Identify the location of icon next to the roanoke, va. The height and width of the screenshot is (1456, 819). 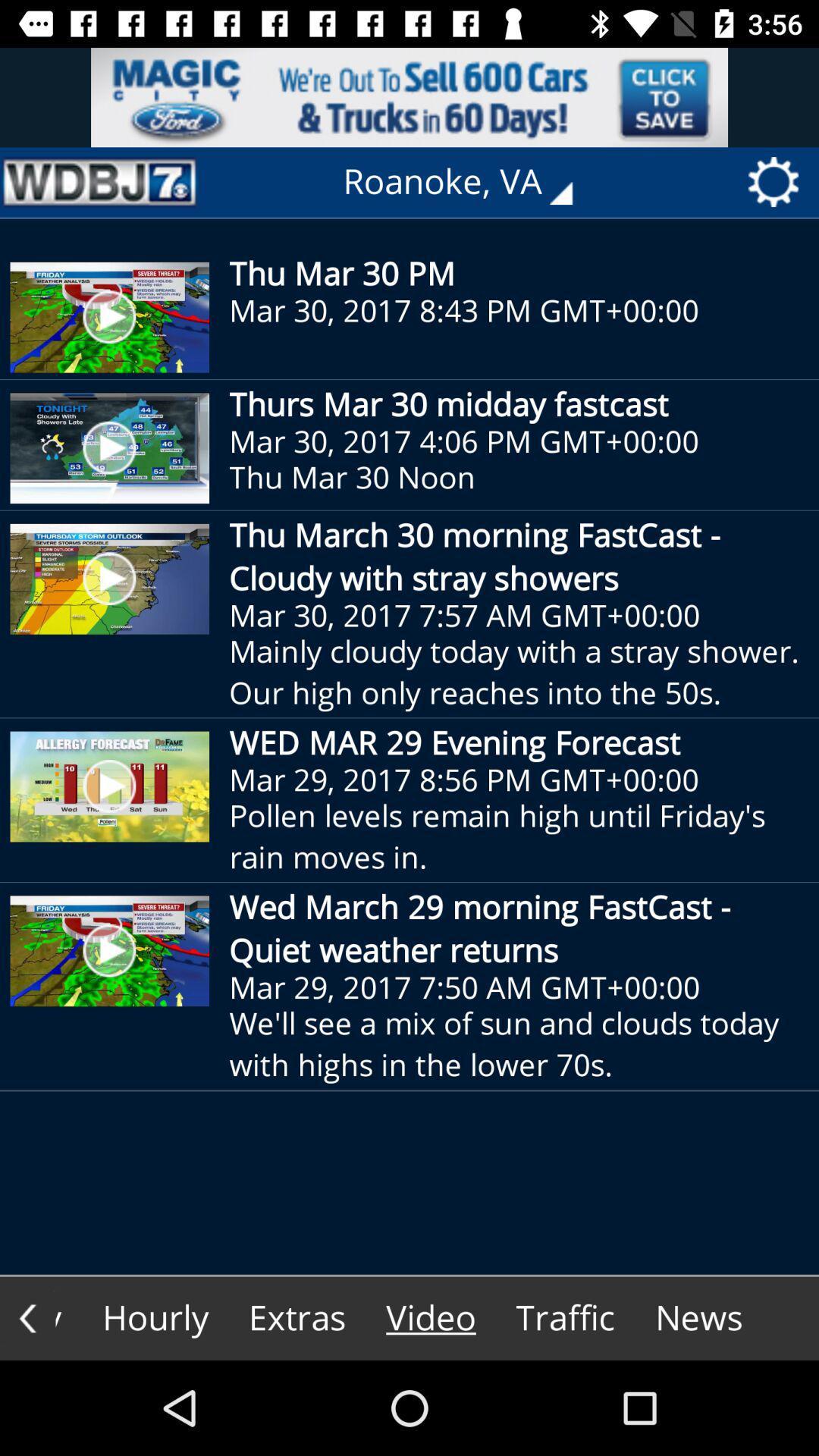
(99, 182).